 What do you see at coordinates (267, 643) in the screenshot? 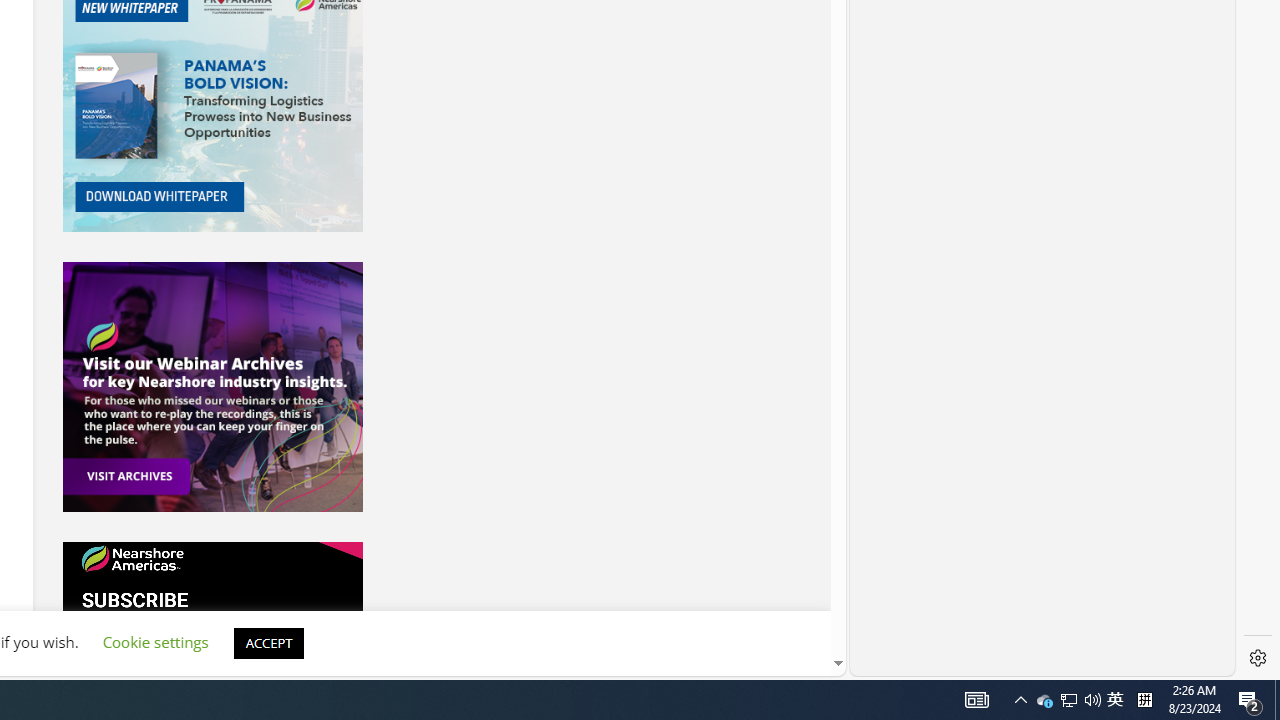
I see `'ACCEPT'` at bounding box center [267, 643].